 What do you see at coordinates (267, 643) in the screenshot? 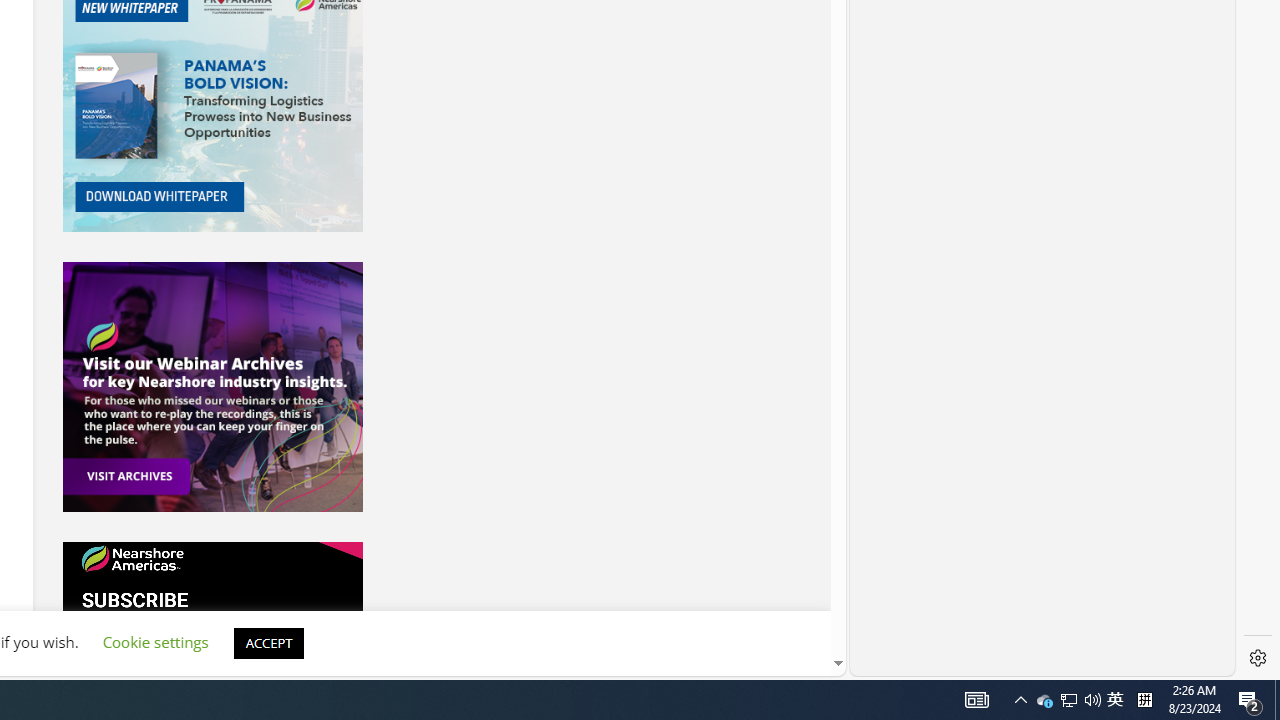
I see `'ACCEPT'` at bounding box center [267, 643].